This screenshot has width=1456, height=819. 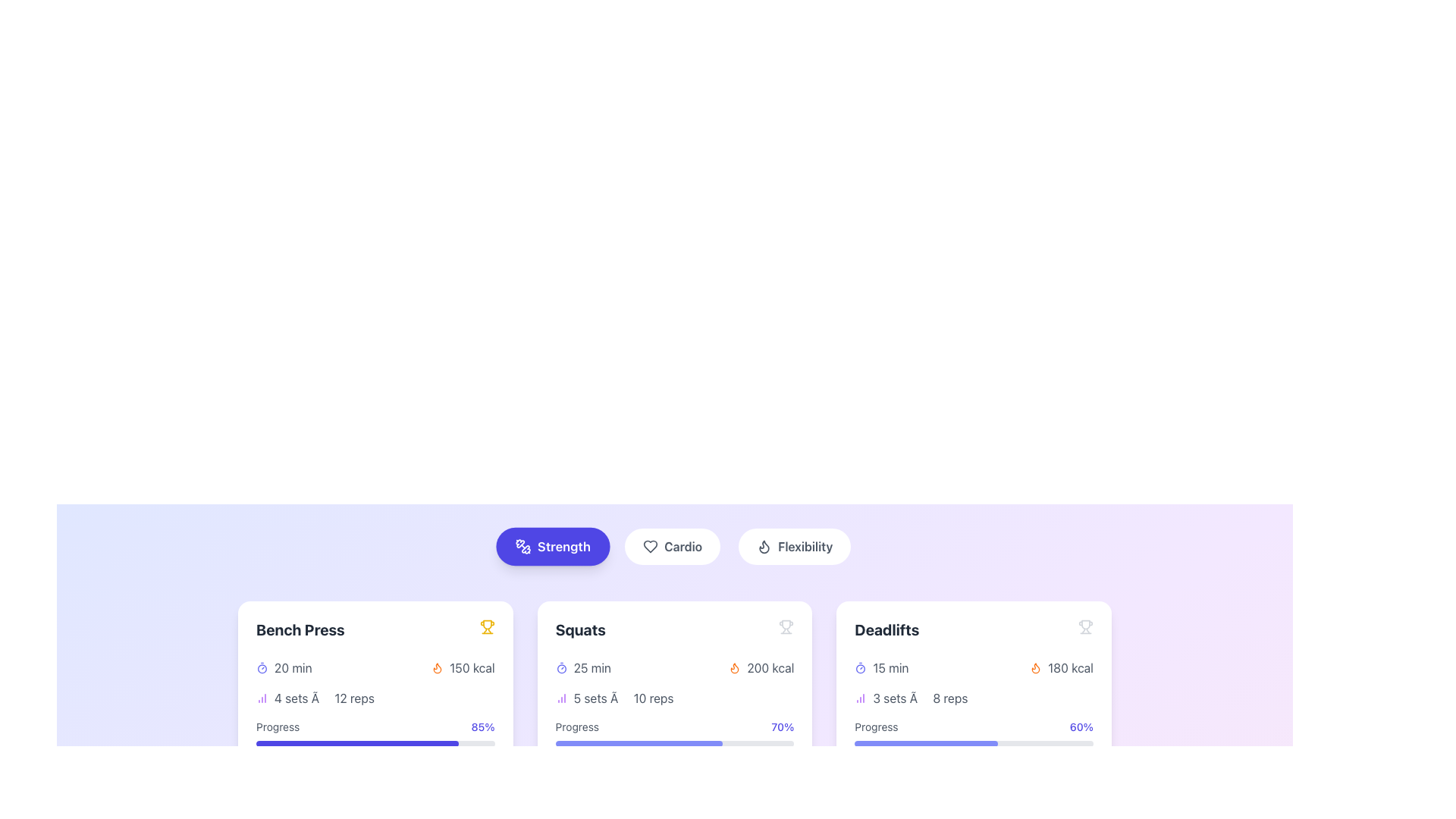 I want to click on the static text label showing the progress percentage value for the 'Bench Press' workout activity, located in the lower-right corner of the first workout card, so click(x=482, y=726).